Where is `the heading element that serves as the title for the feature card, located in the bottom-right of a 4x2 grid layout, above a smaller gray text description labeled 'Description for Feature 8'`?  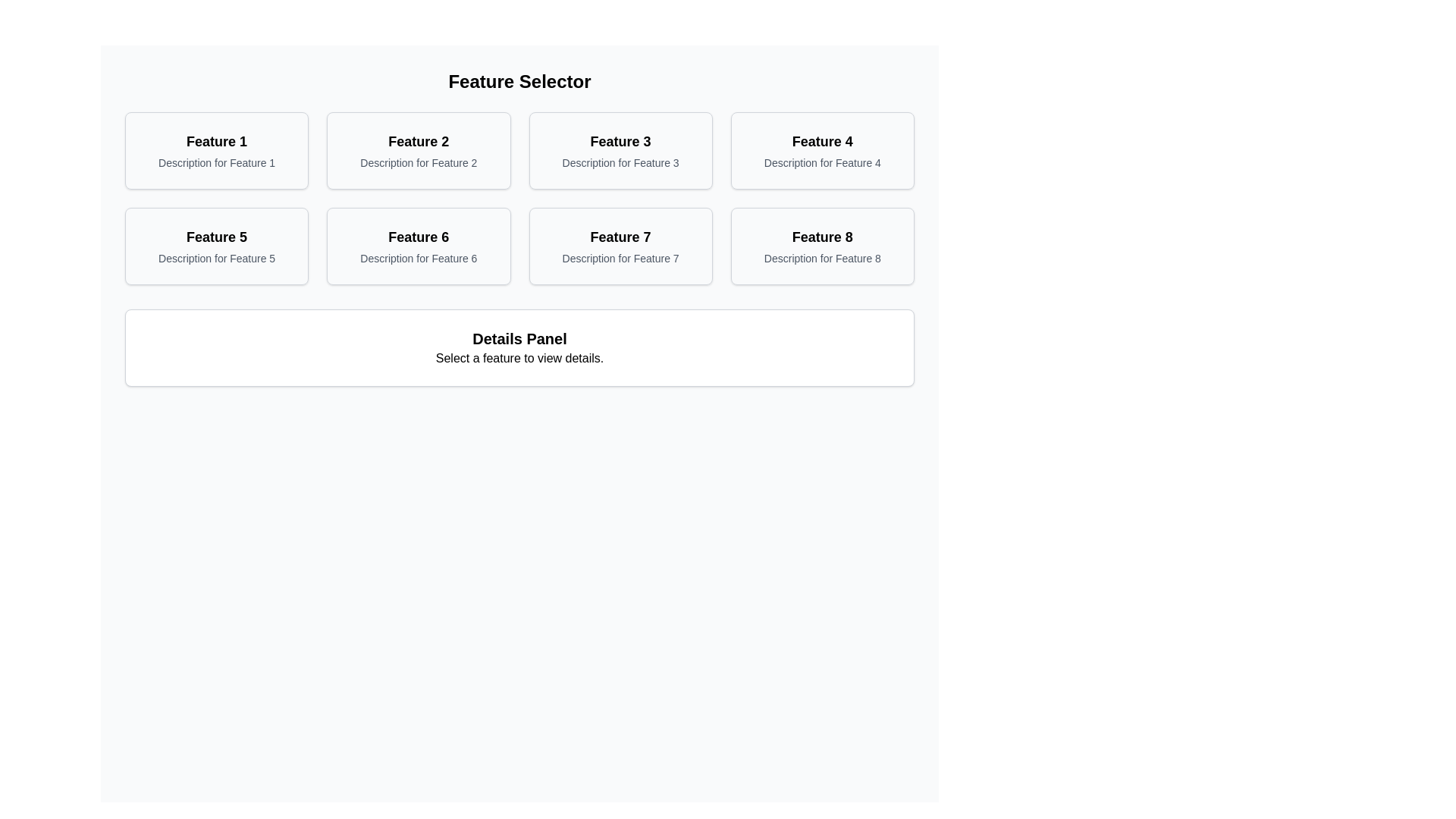
the heading element that serves as the title for the feature card, located in the bottom-right of a 4x2 grid layout, above a smaller gray text description labeled 'Description for Feature 8' is located at coordinates (821, 237).